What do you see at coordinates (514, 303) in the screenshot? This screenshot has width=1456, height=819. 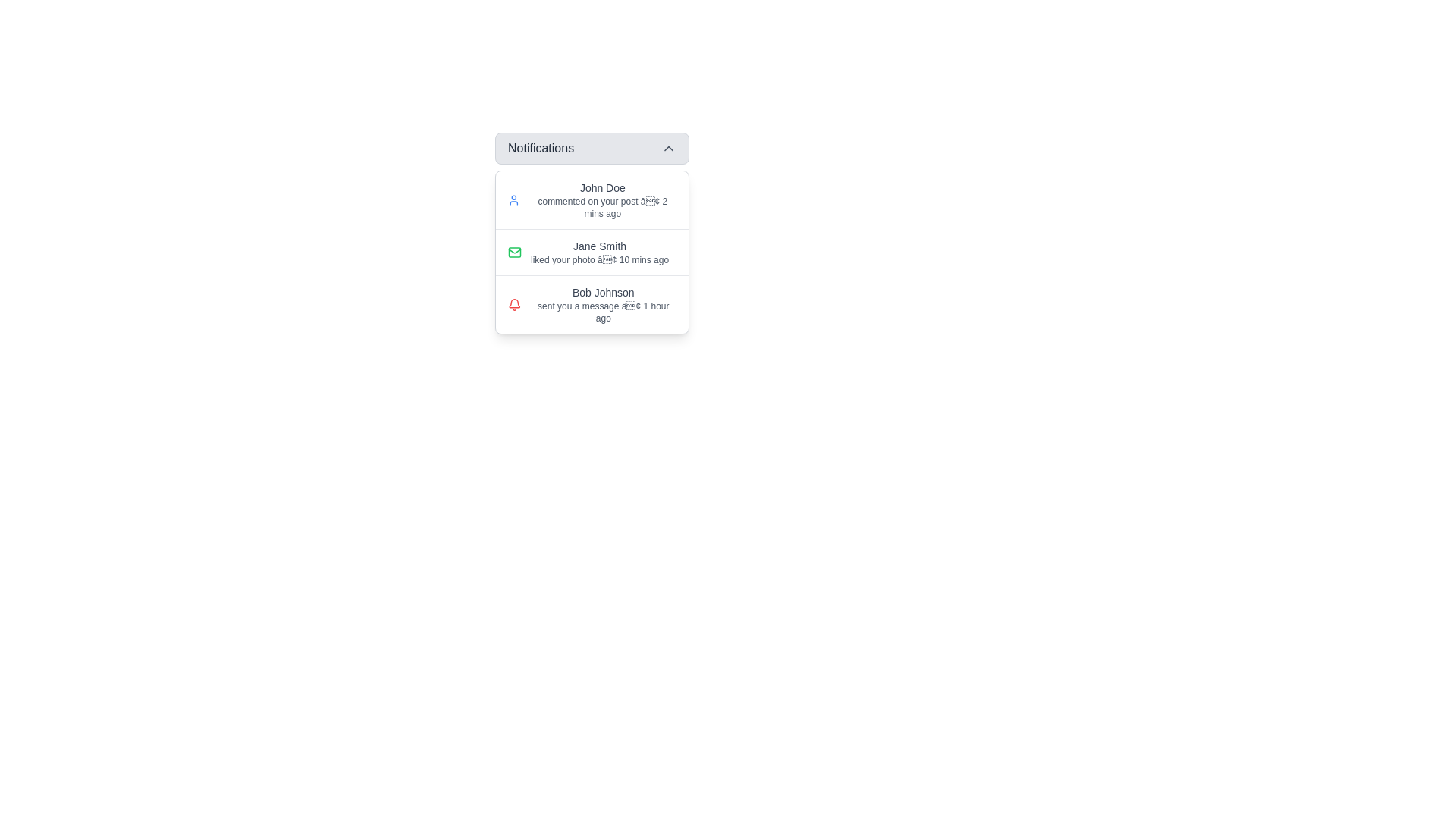 I see `the red bell icon located in the notification popup` at bounding box center [514, 303].